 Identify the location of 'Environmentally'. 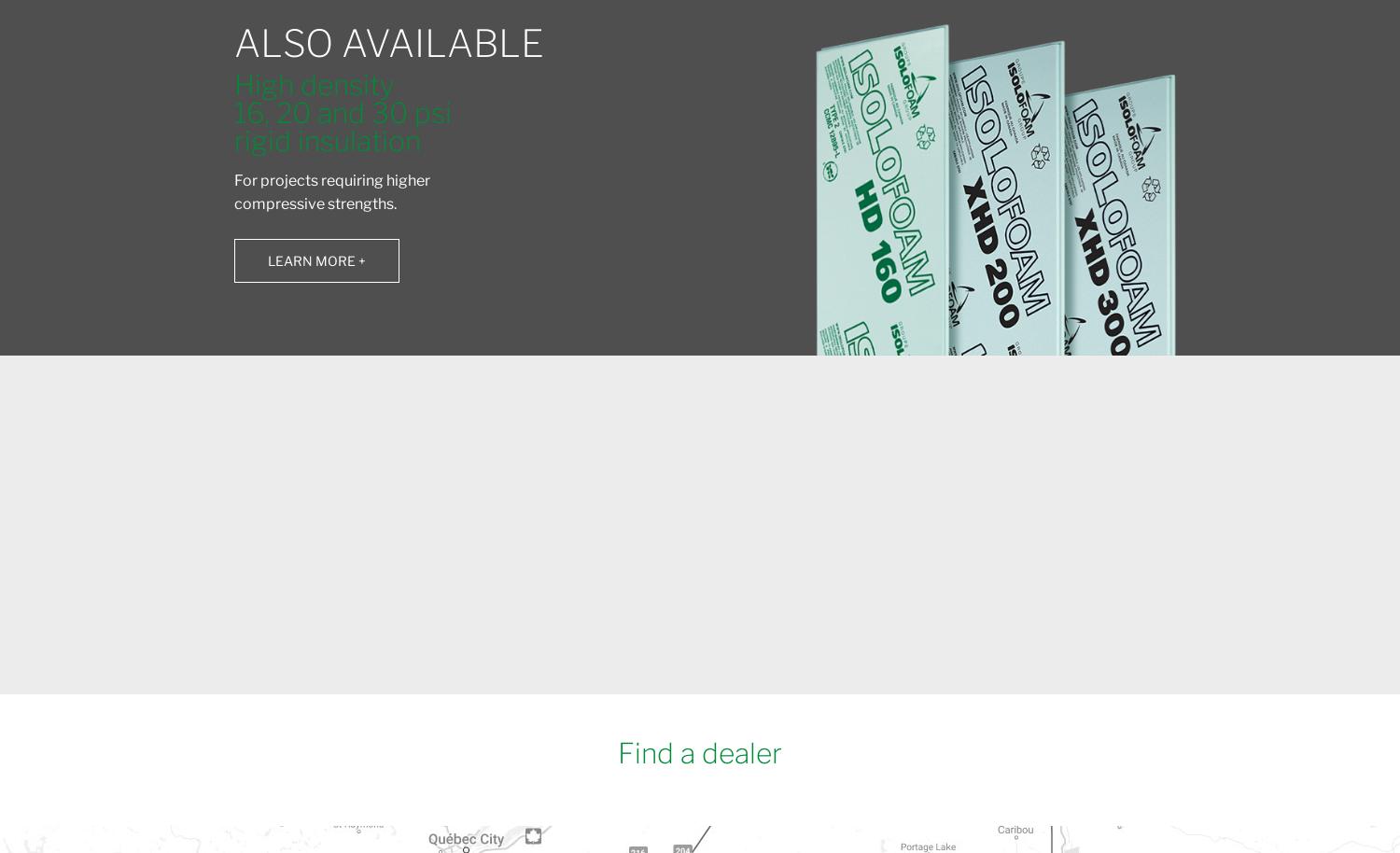
(363, 515).